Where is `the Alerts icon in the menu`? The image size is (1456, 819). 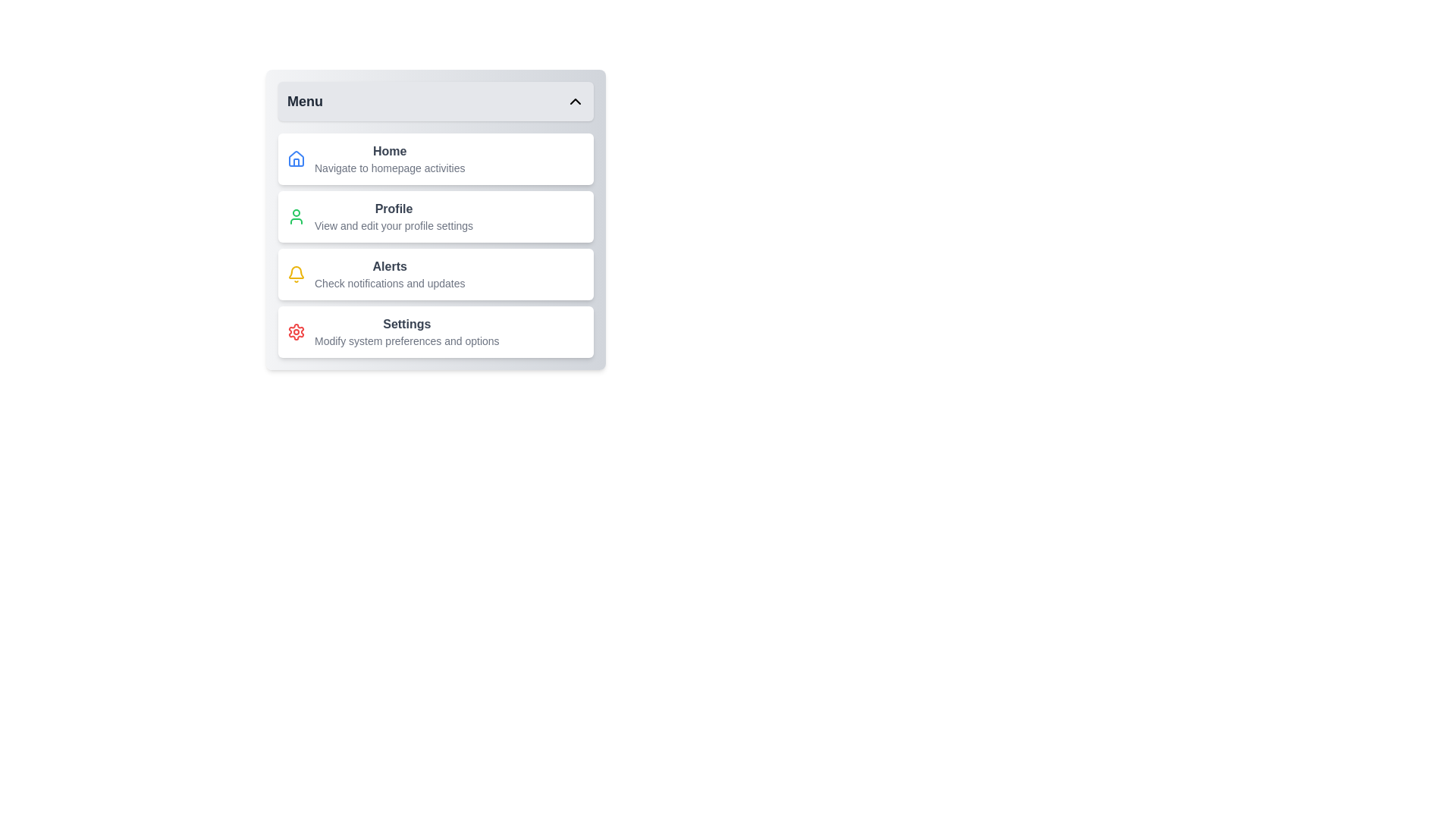 the Alerts icon in the menu is located at coordinates (296, 275).